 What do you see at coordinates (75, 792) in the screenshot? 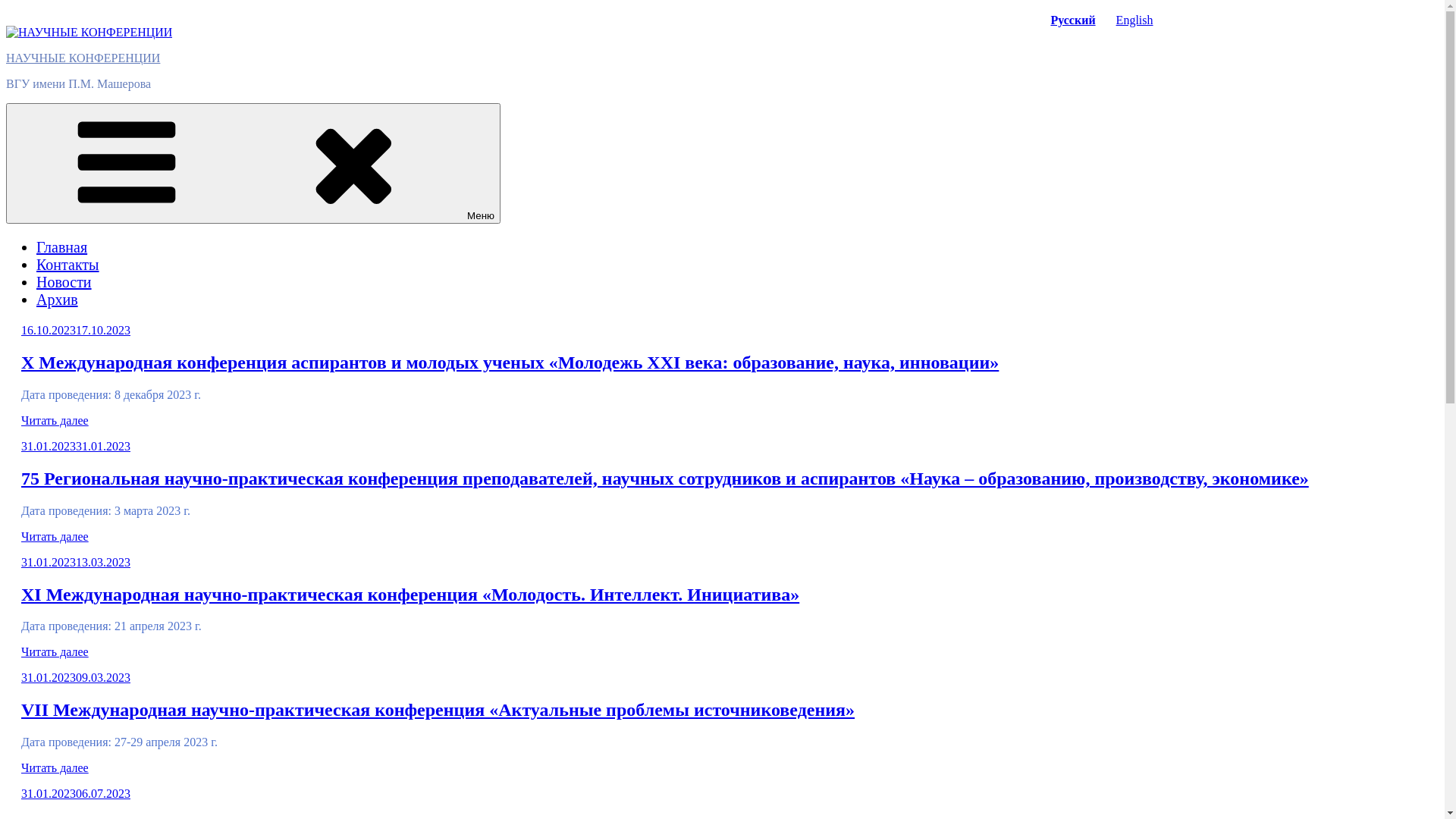
I see `'31.01.202306.07.2023'` at bounding box center [75, 792].